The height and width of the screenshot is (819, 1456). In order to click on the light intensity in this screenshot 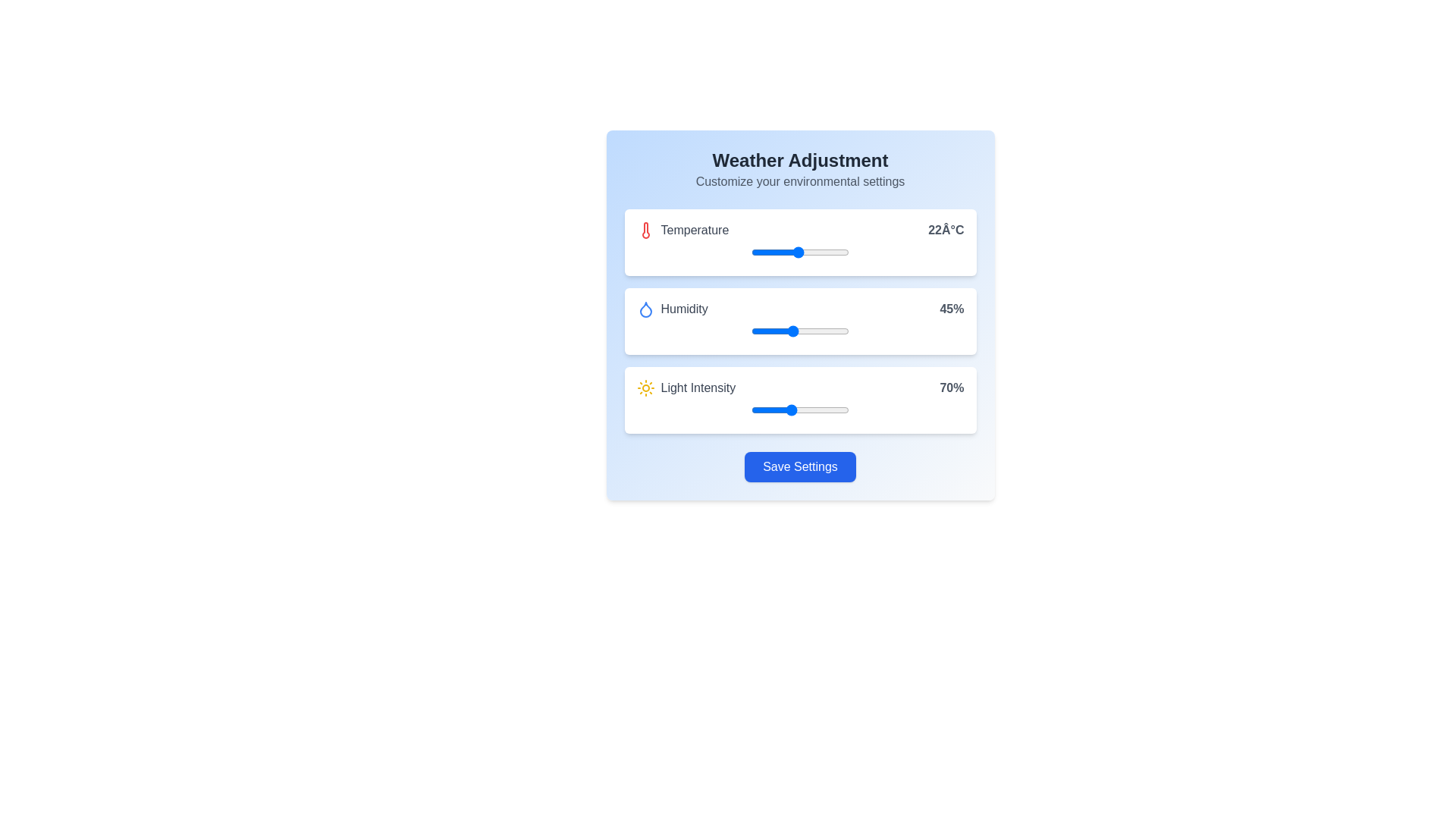, I will do `click(763, 409)`.